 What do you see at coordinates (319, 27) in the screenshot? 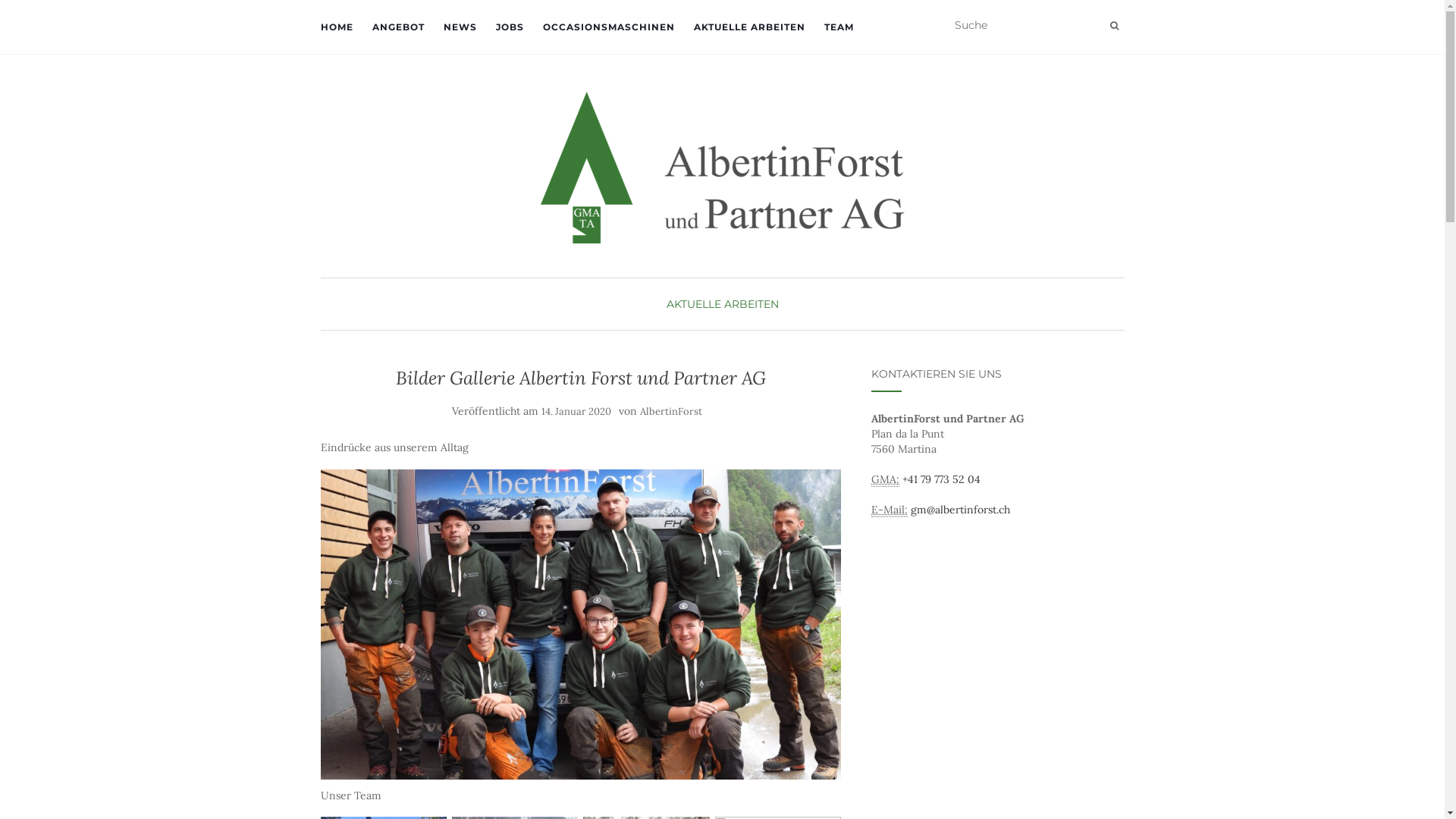
I see `'HOME'` at bounding box center [319, 27].